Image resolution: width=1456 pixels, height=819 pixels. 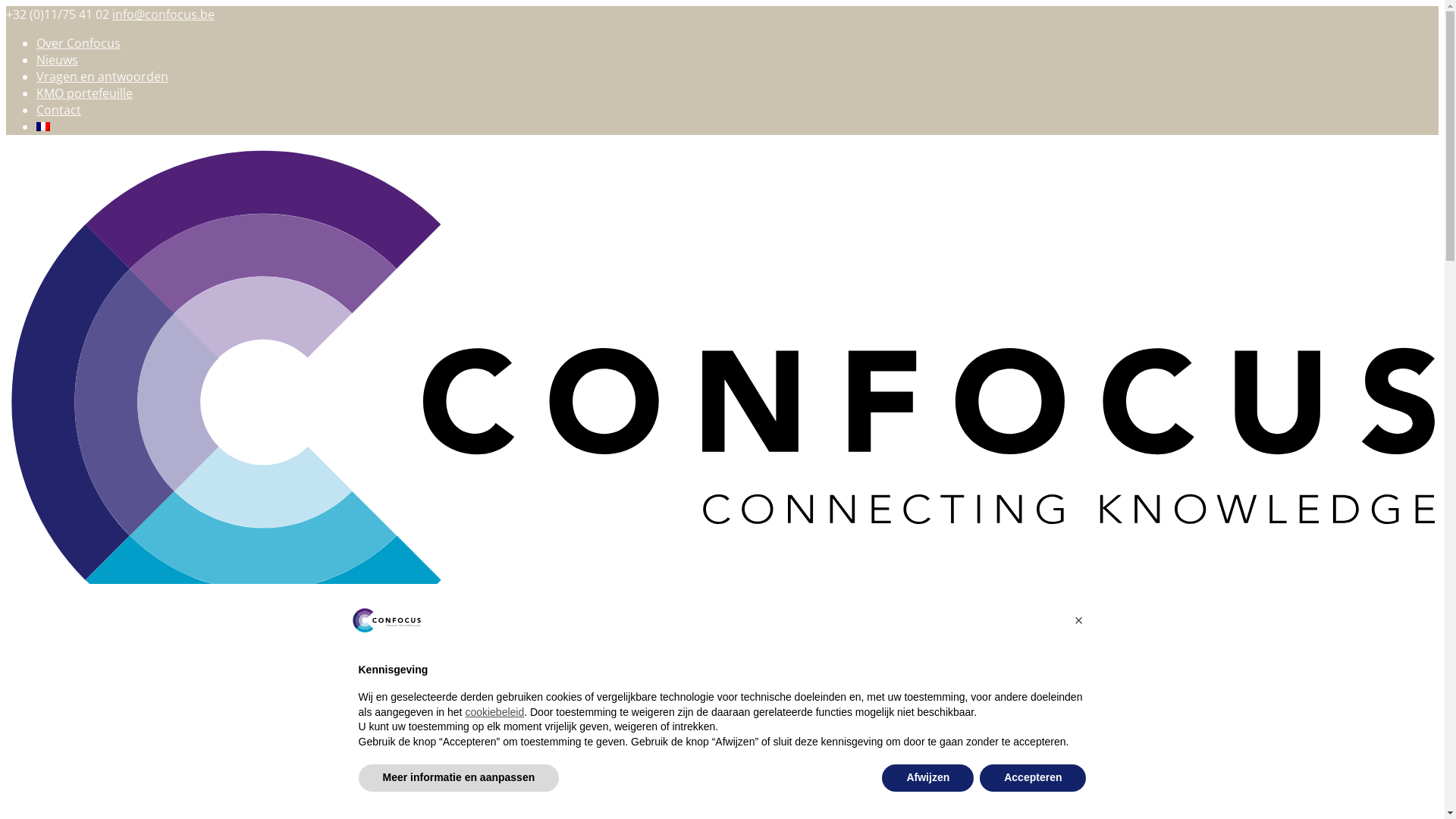 What do you see at coordinates (77, 42) in the screenshot?
I see `'Over Confocus'` at bounding box center [77, 42].